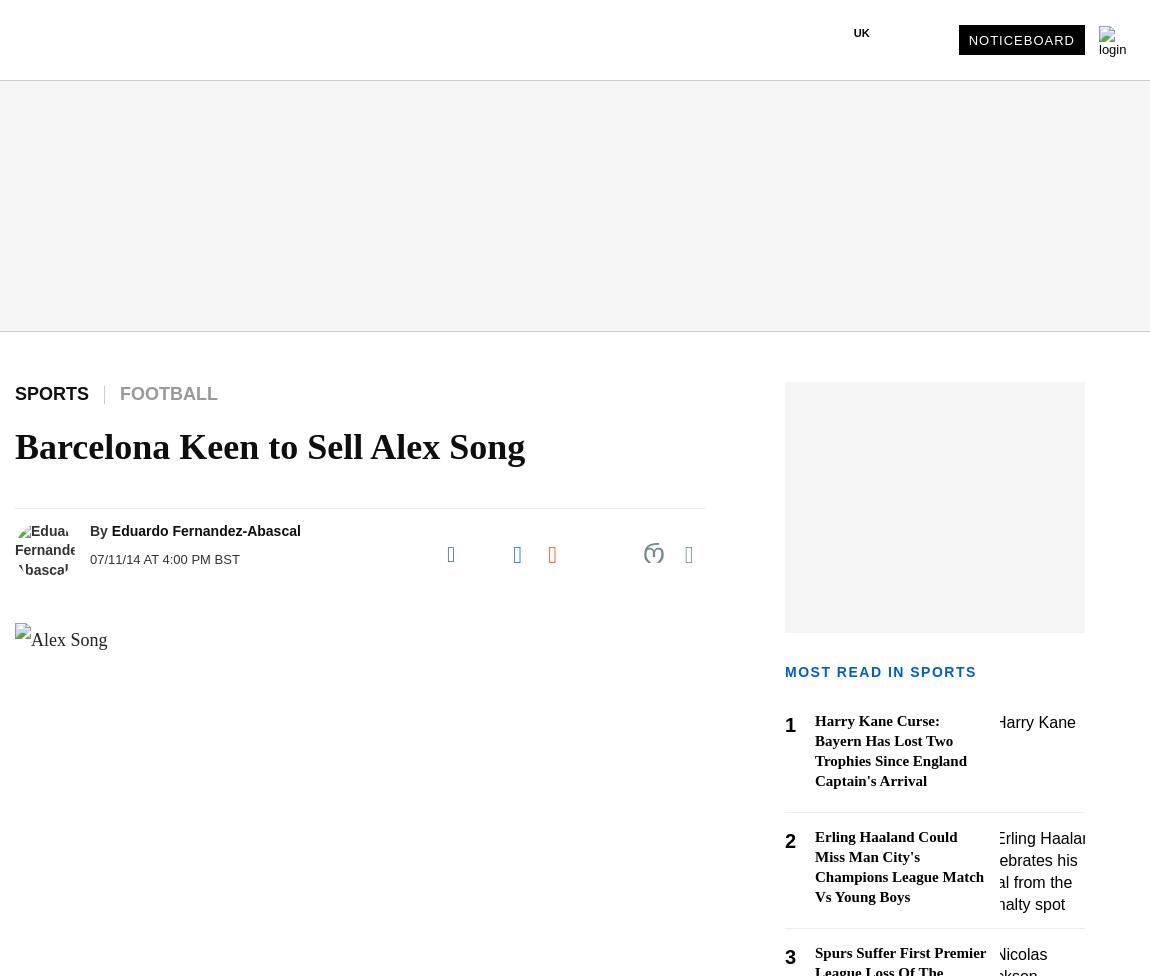 This screenshot has height=976, width=1150. What do you see at coordinates (46, 549) in the screenshot?
I see `'- Travel'` at bounding box center [46, 549].